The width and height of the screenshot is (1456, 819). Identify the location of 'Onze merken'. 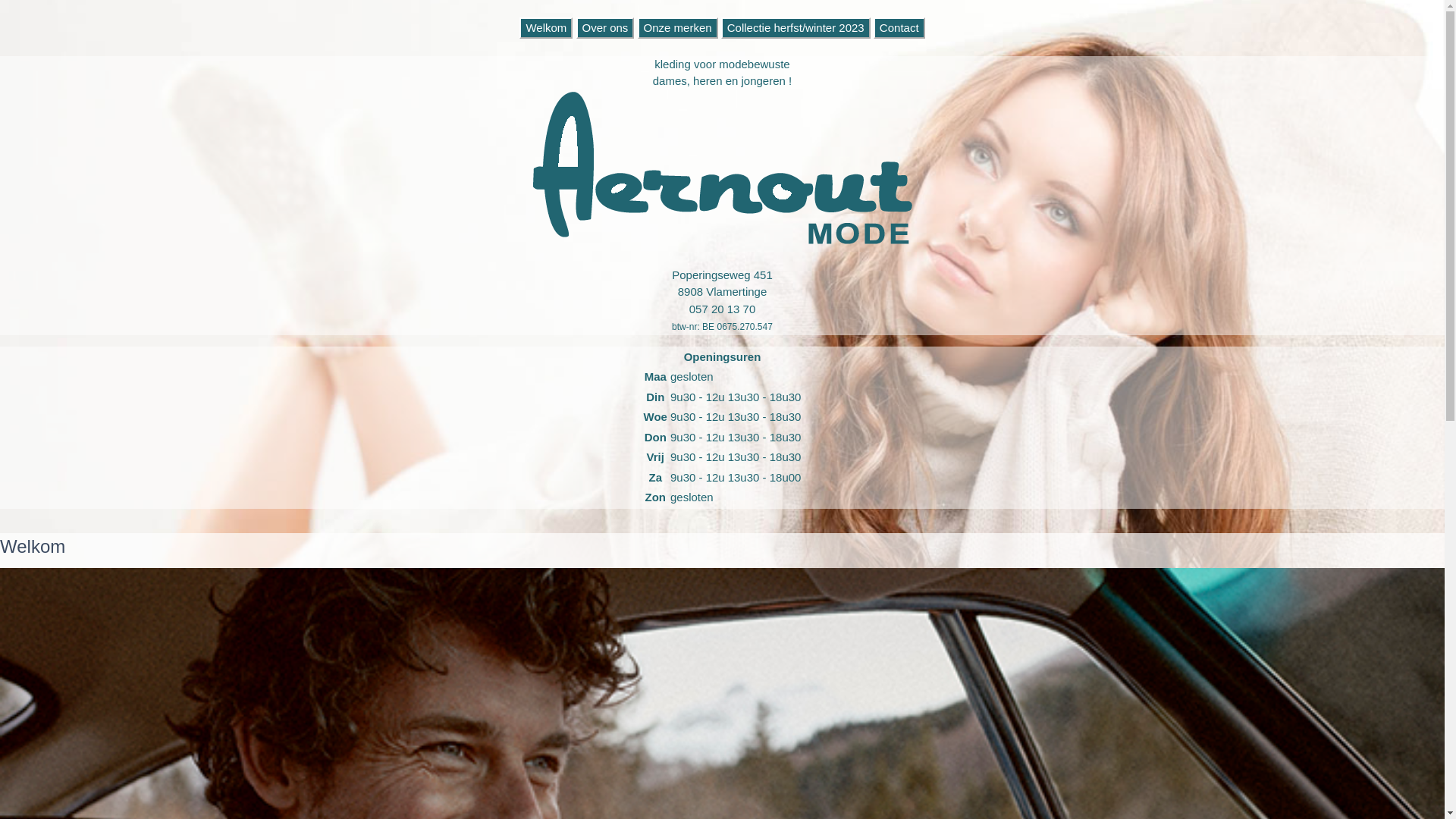
(676, 27).